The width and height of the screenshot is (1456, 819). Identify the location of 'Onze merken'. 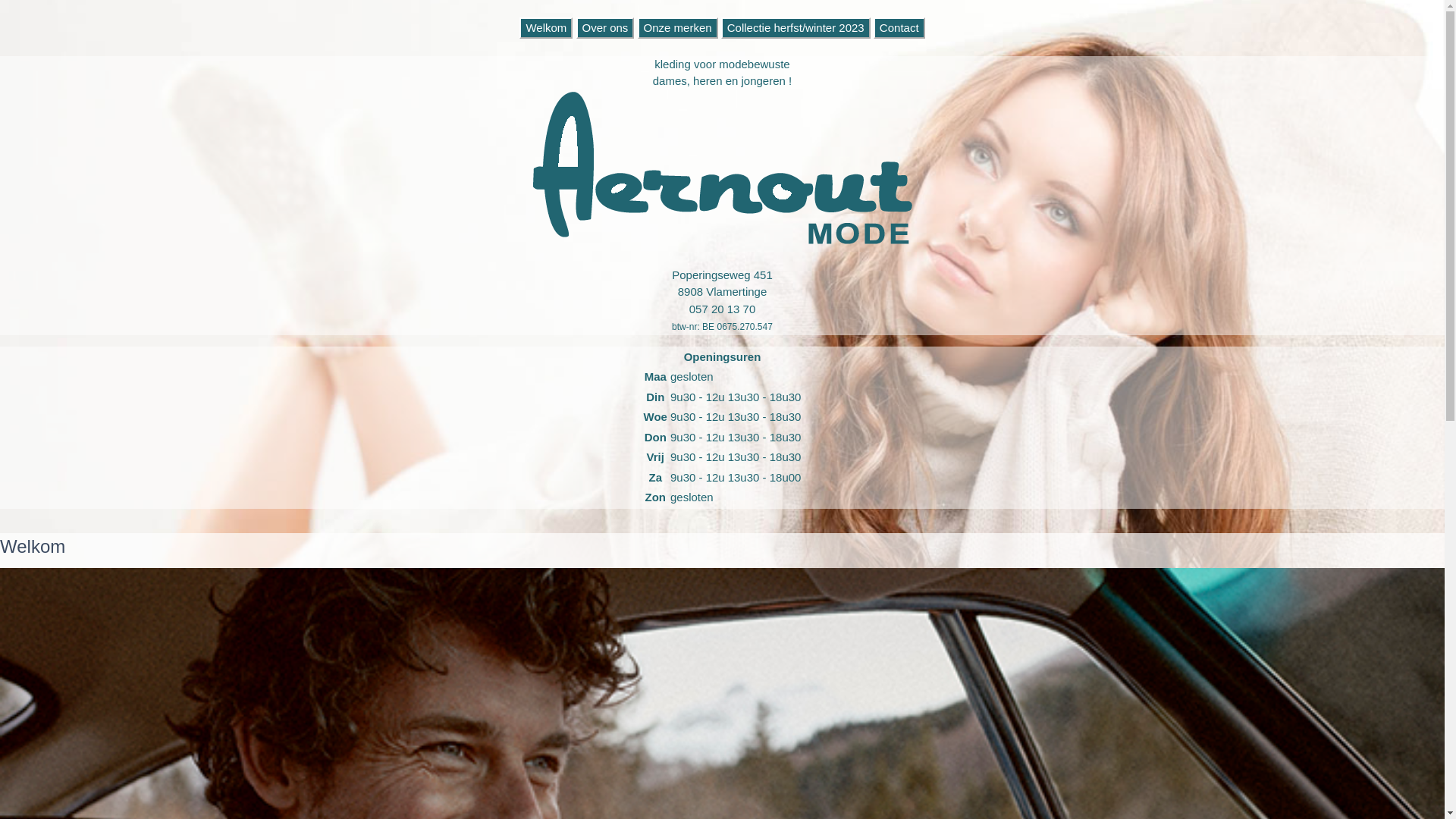
(676, 27).